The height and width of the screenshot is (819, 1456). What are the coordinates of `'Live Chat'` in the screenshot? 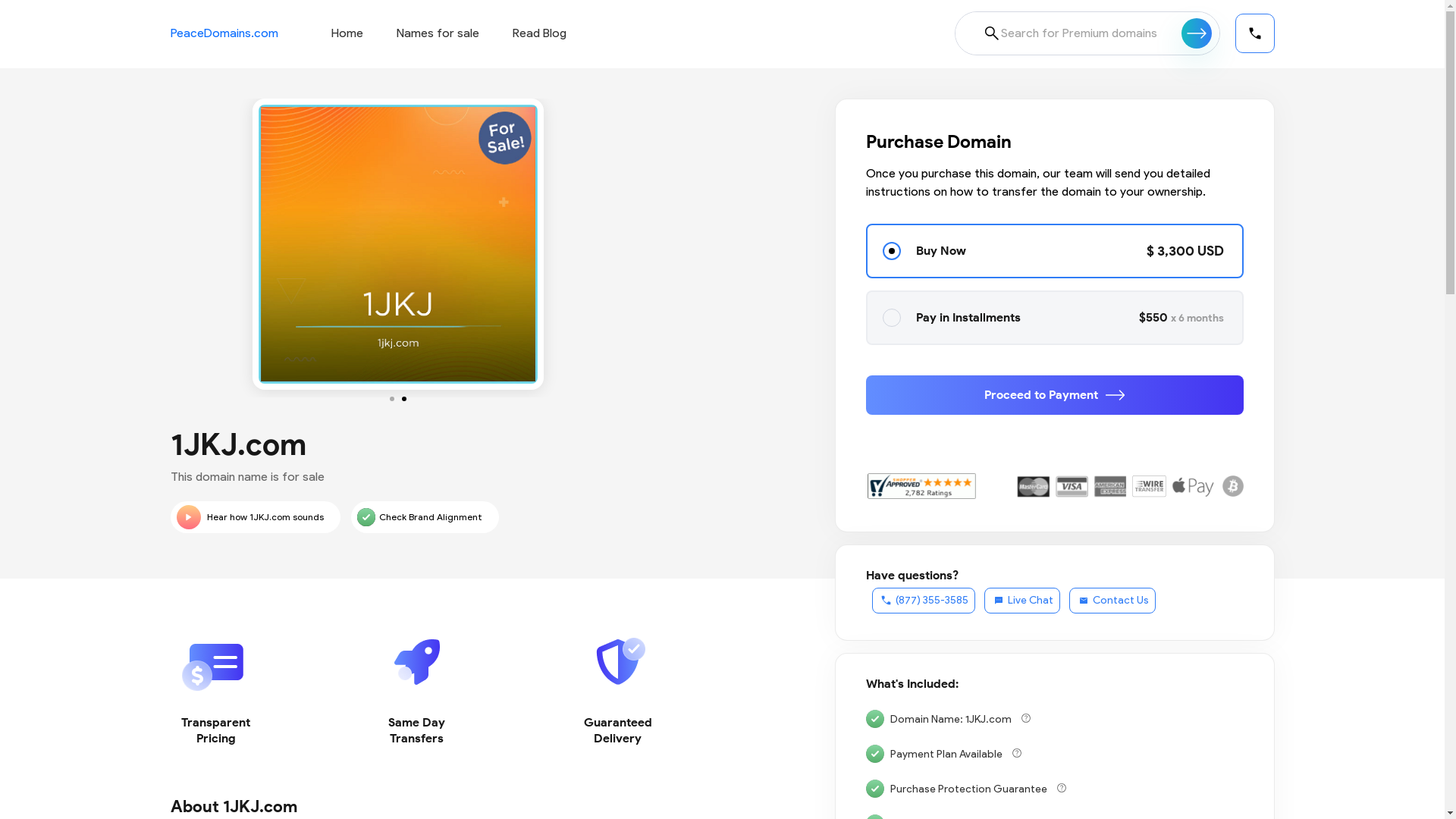 It's located at (1022, 599).